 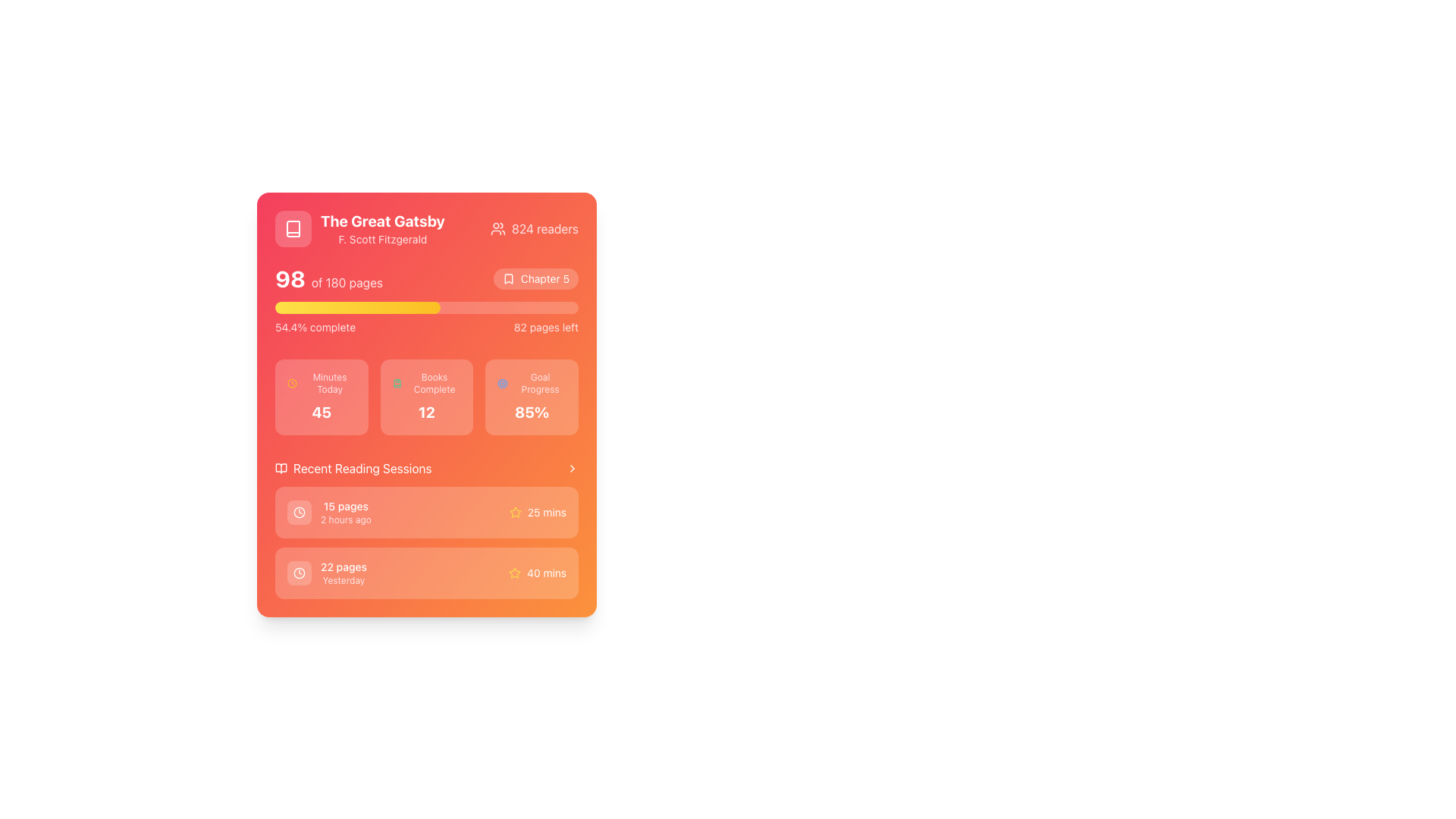 What do you see at coordinates (425, 300) in the screenshot?
I see `accompanying text for progress details from the Progress Indicator located below the '98 of 180 pages' text in the card for 'The Great Gatsby'` at bounding box center [425, 300].